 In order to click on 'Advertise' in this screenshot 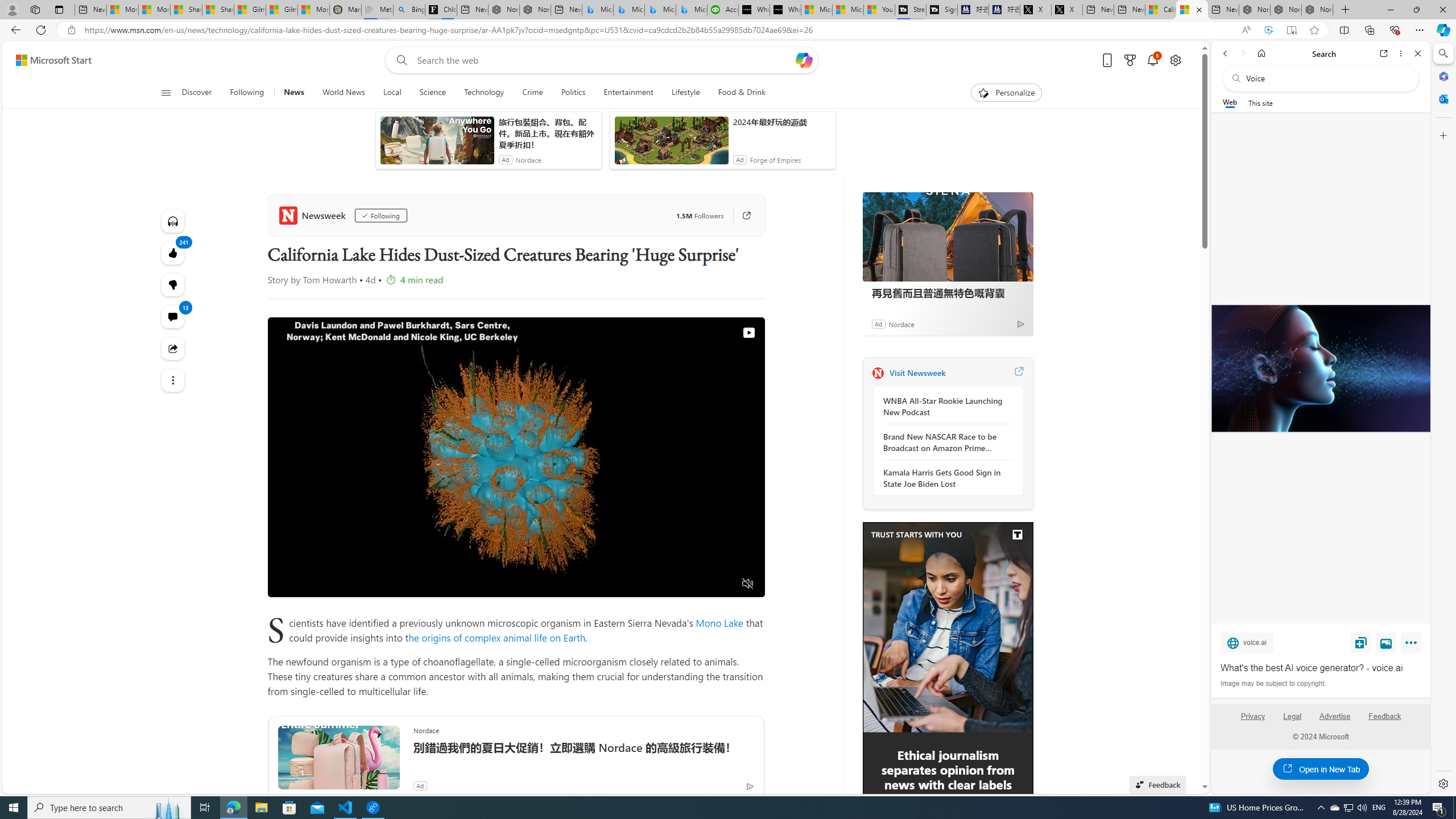, I will do `click(1335, 721)`.